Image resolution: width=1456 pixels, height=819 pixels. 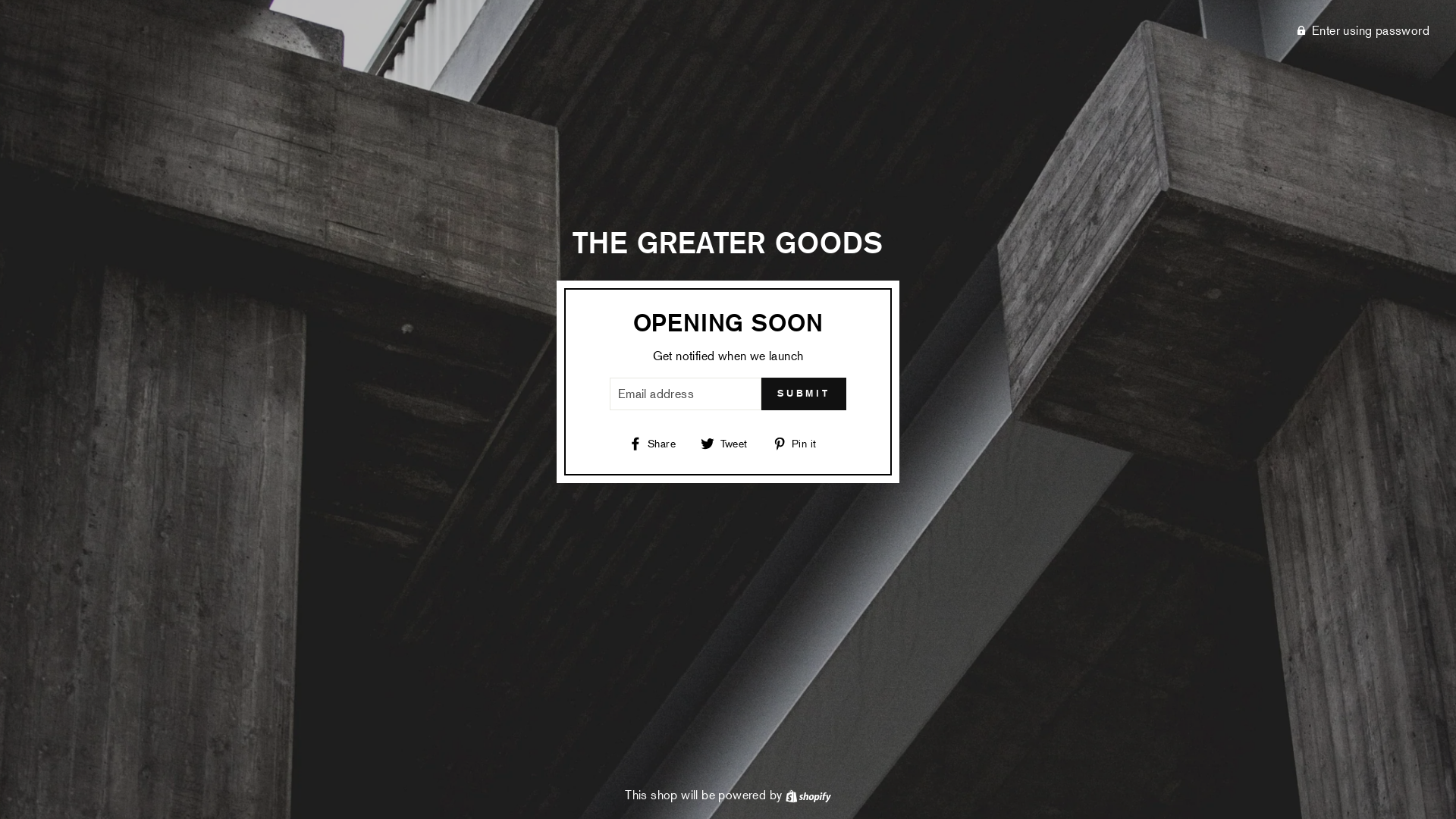 I want to click on 'Share, so click(x=657, y=442).